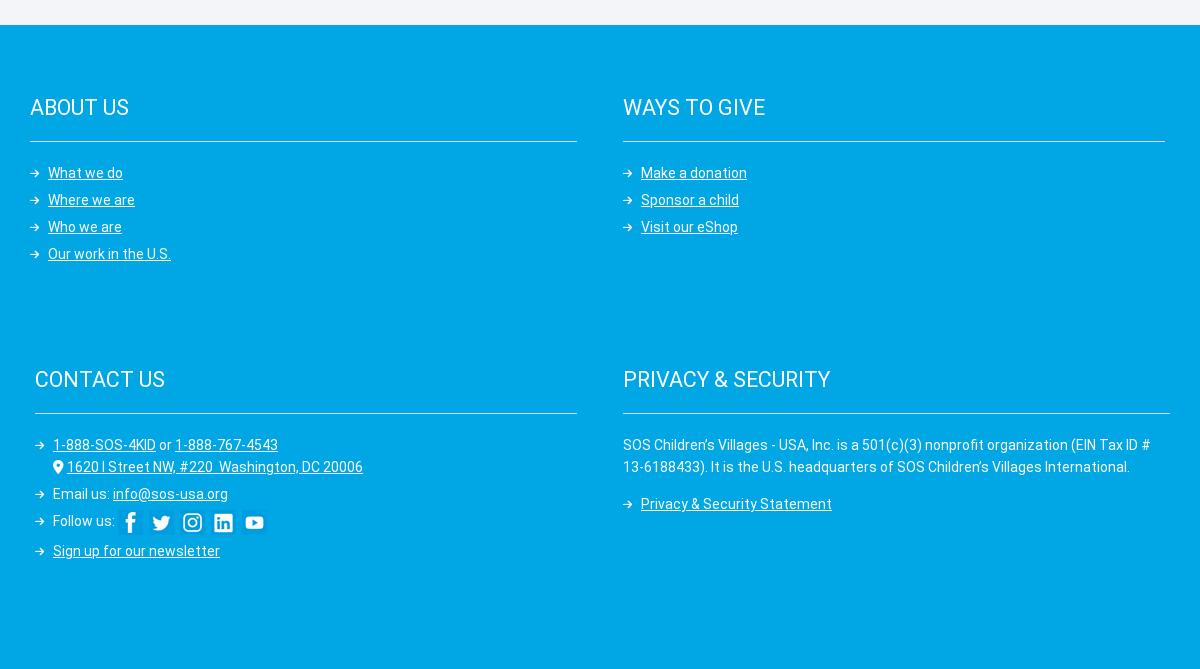 Image resolution: width=1200 pixels, height=669 pixels. What do you see at coordinates (693, 170) in the screenshot?
I see `'Make a donation'` at bounding box center [693, 170].